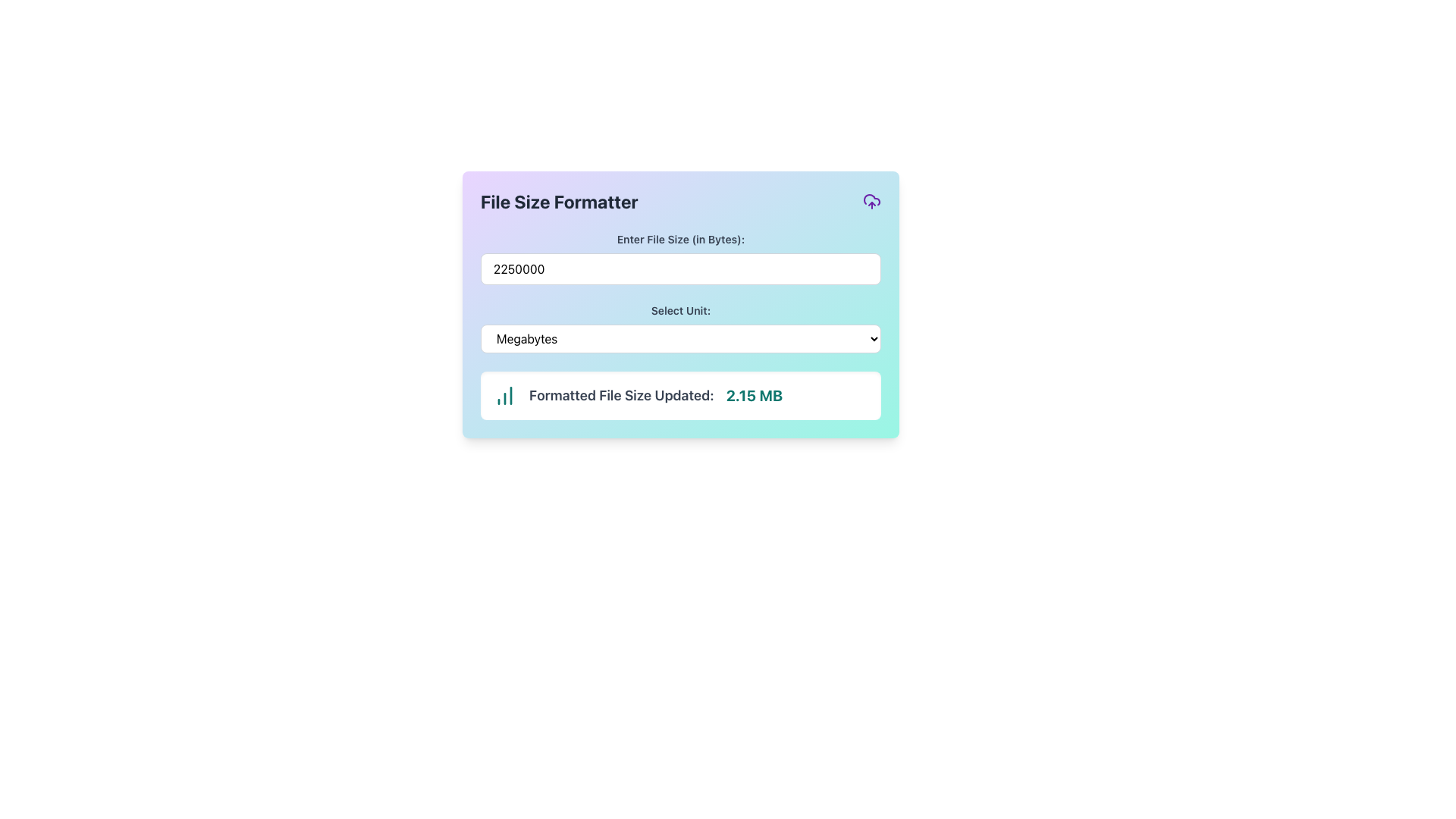  Describe the element at coordinates (754, 394) in the screenshot. I see `the text label displaying '2.15 MB' in teal color, located next to 'Formatted File Size Updated:', to read the textual value` at that location.